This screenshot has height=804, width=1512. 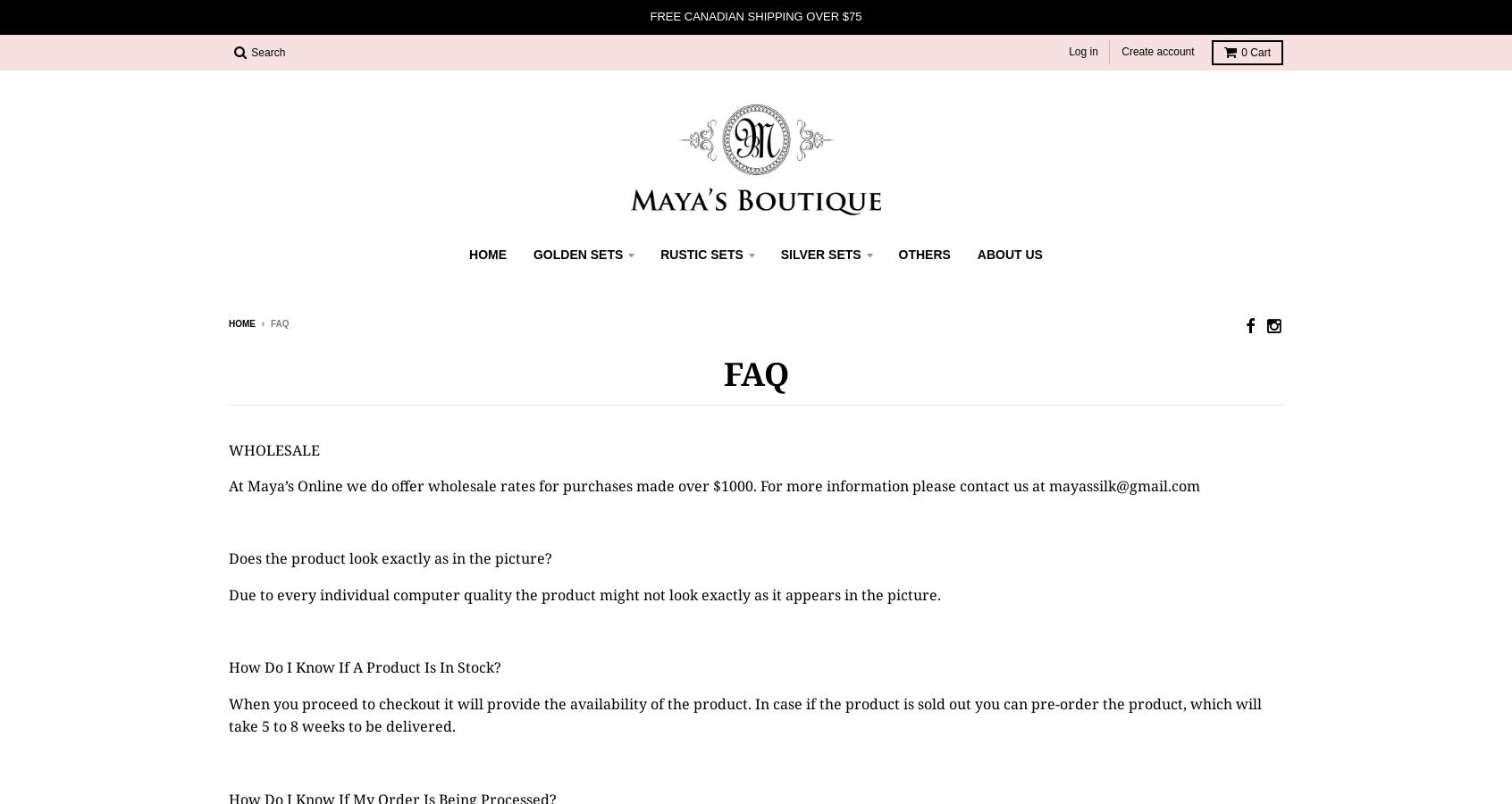 I want to click on 'FREE CANADIAN SHIPPING OVER $75', so click(x=649, y=15).